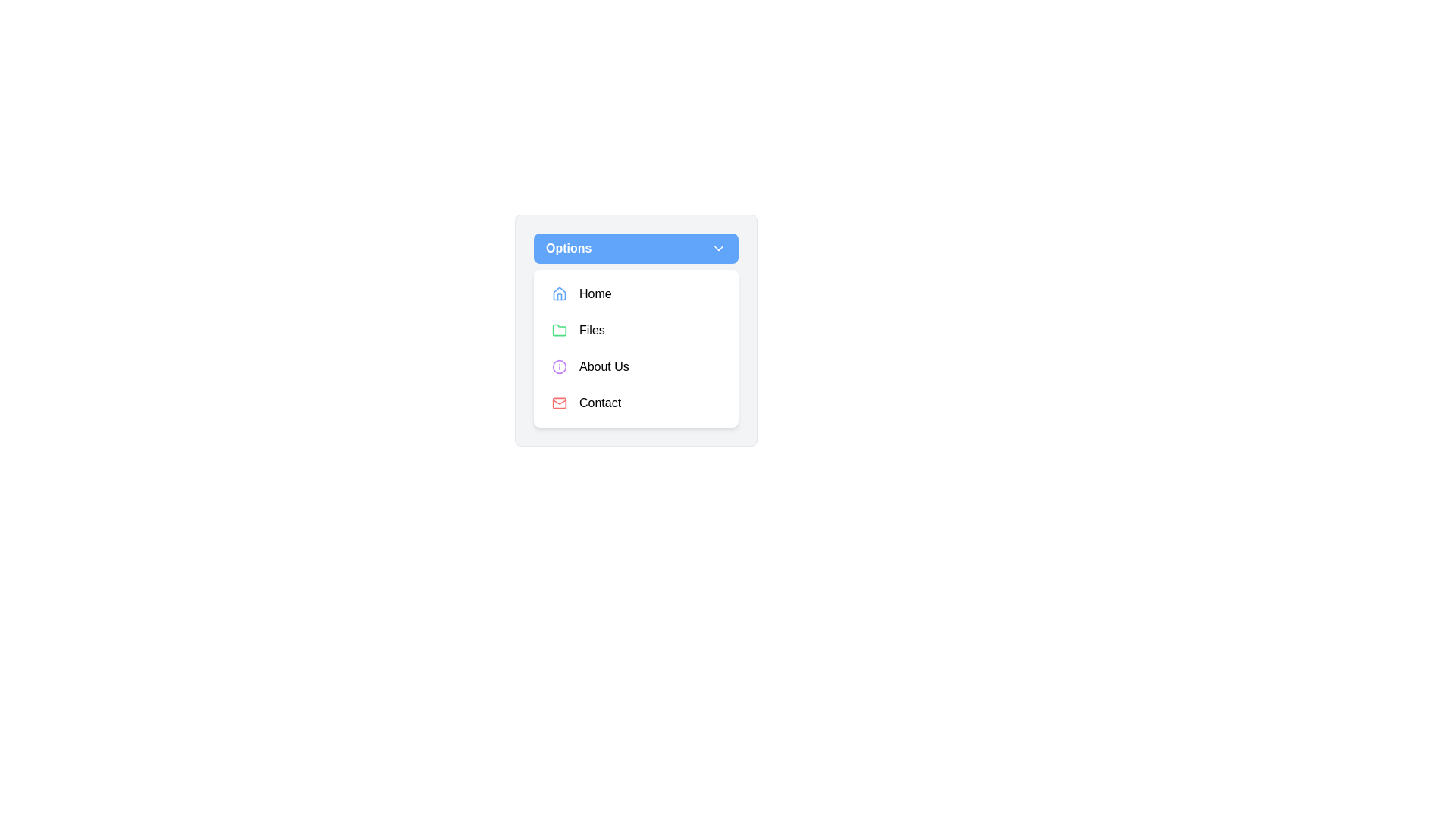  What do you see at coordinates (559, 294) in the screenshot?
I see `the blue house-shaped icon located to the left of the 'Home' text in the dropdown menu under 'Options'` at bounding box center [559, 294].